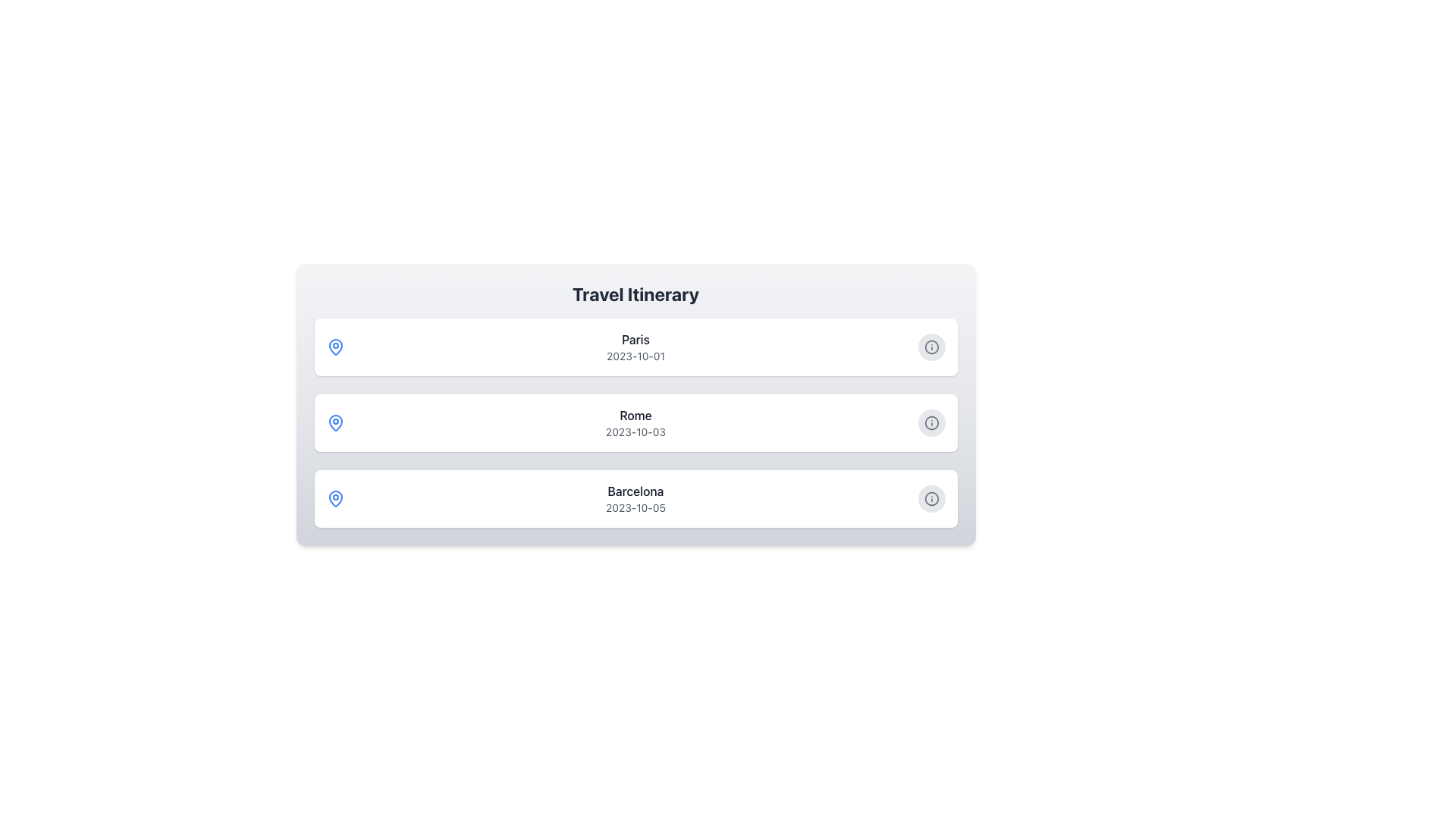 The width and height of the screenshot is (1456, 819). I want to click on the information icon represented by a circle located to the right of the 'Rome' itinerary entry in the vertical list, so click(930, 423).